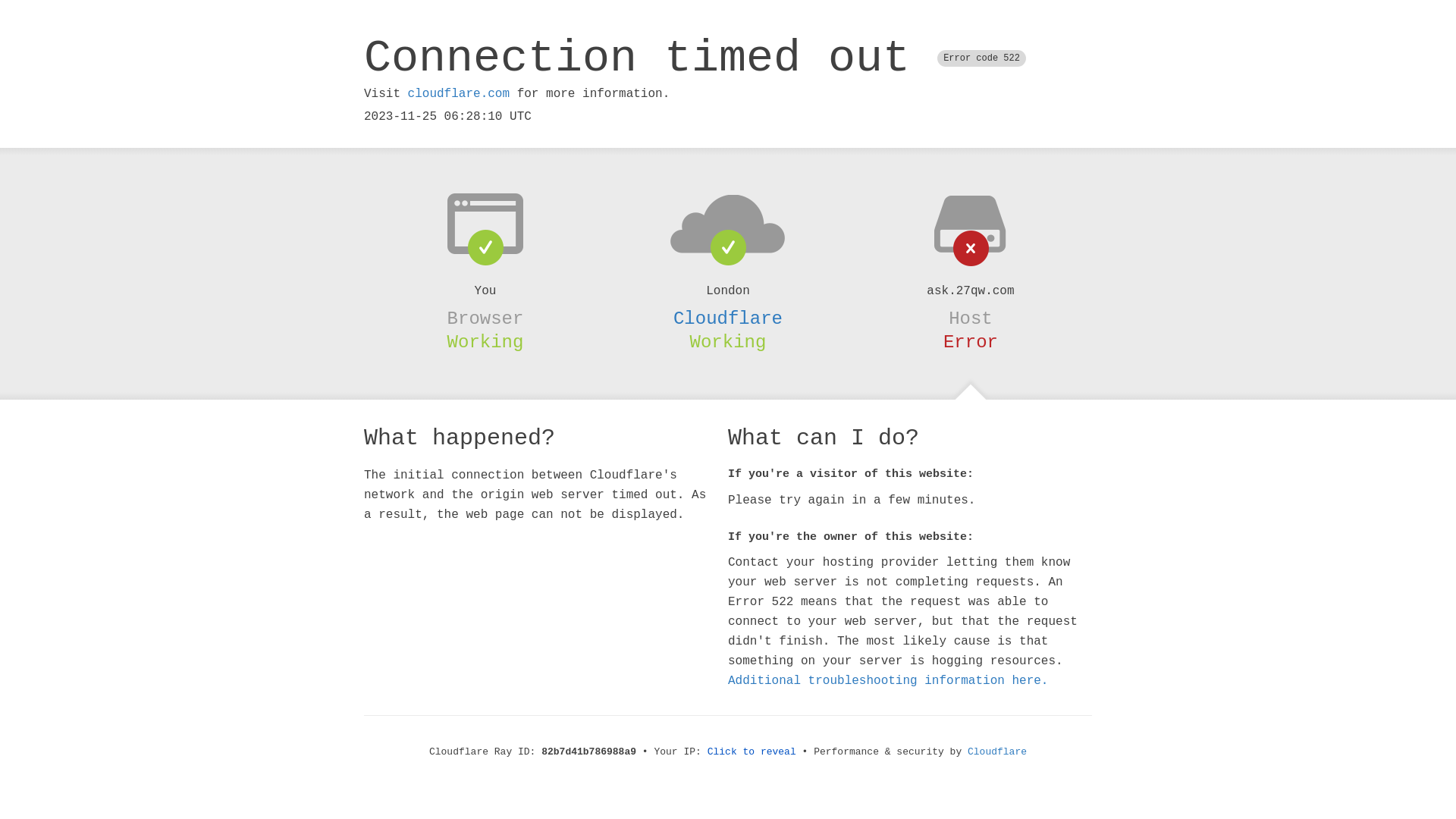 This screenshot has width=1456, height=819. I want to click on 'Cloudflare', so click(997, 752).